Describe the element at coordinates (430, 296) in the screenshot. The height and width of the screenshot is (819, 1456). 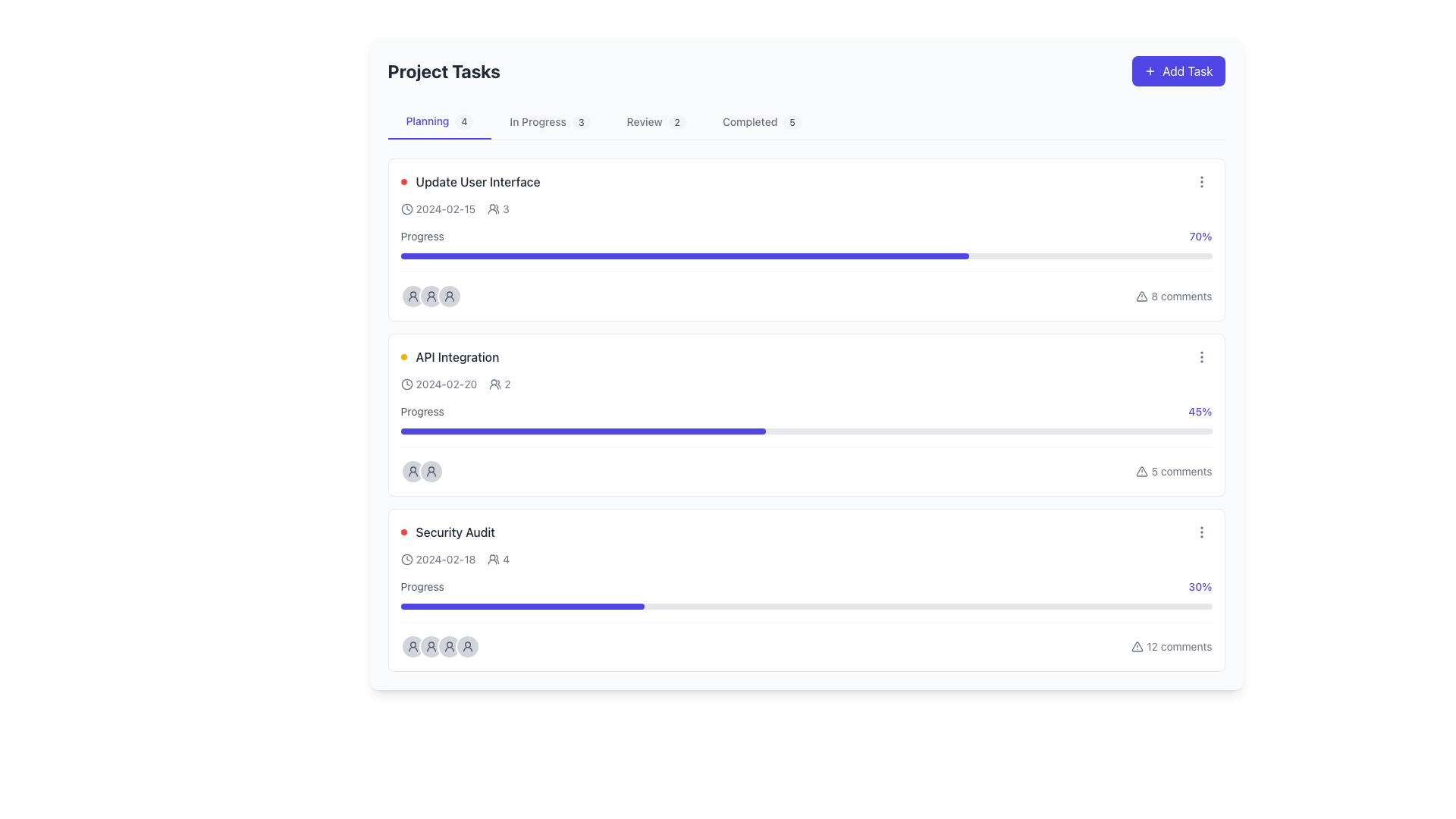
I see `the second circular user avatar component with a gray background and white border, which features a user silhouette icon, located under the 'Update User Interface' task card in the 'Planning' section` at that location.